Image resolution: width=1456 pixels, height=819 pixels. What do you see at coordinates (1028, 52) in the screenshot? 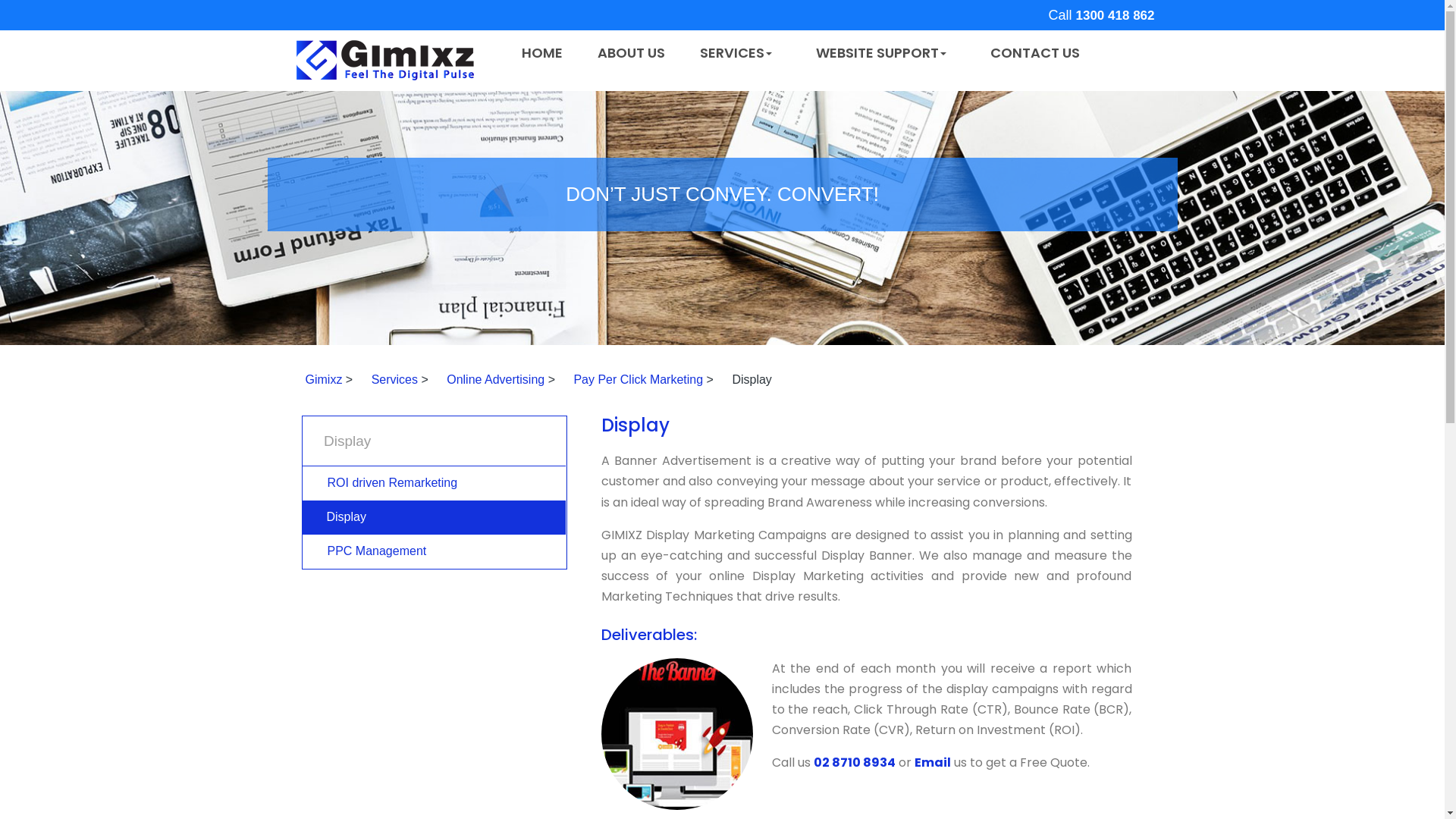
I see `'CONTACT US'` at bounding box center [1028, 52].